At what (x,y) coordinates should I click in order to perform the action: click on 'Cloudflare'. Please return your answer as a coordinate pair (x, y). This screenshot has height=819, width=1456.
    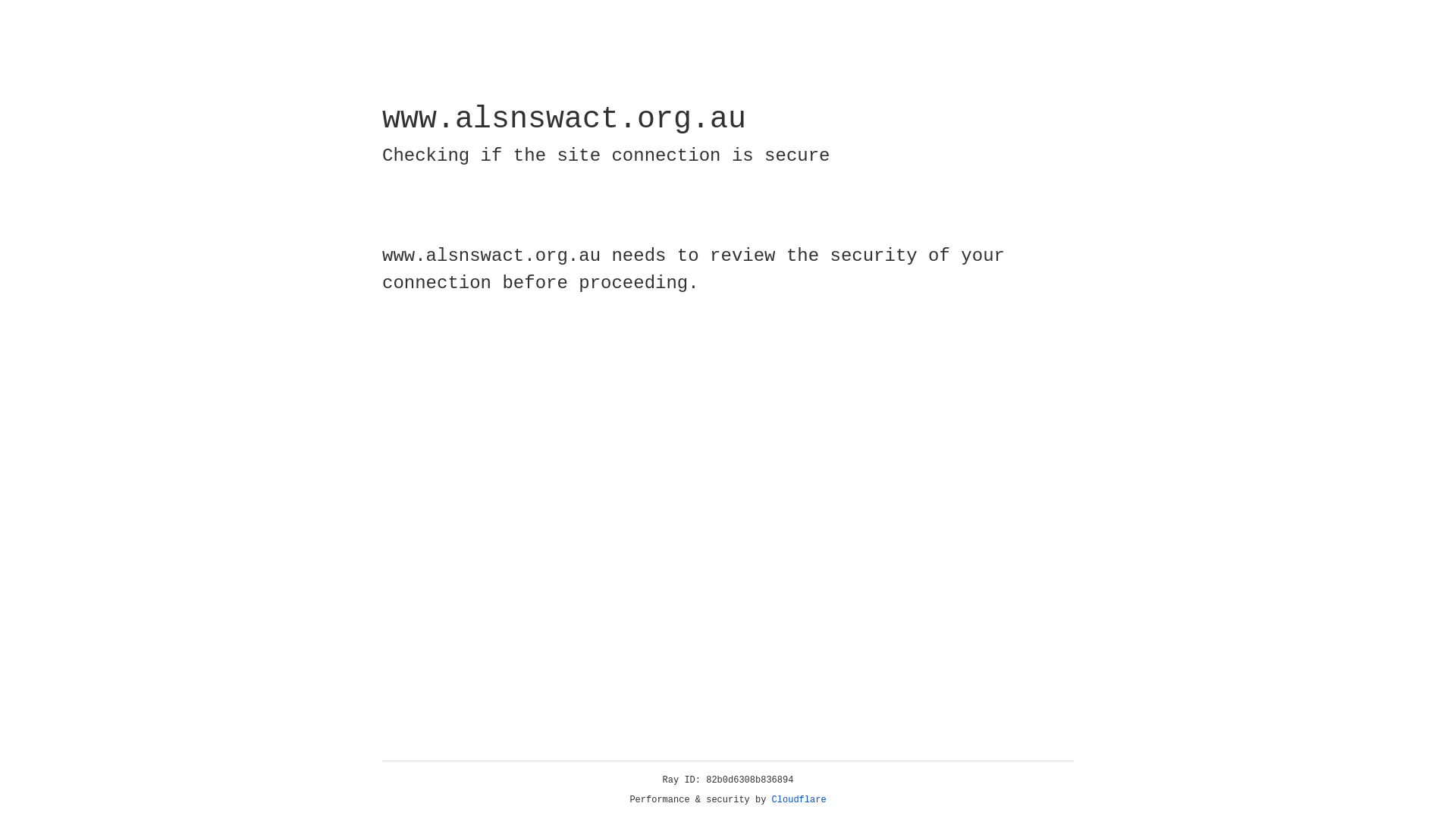
    Looking at the image, I should click on (799, 799).